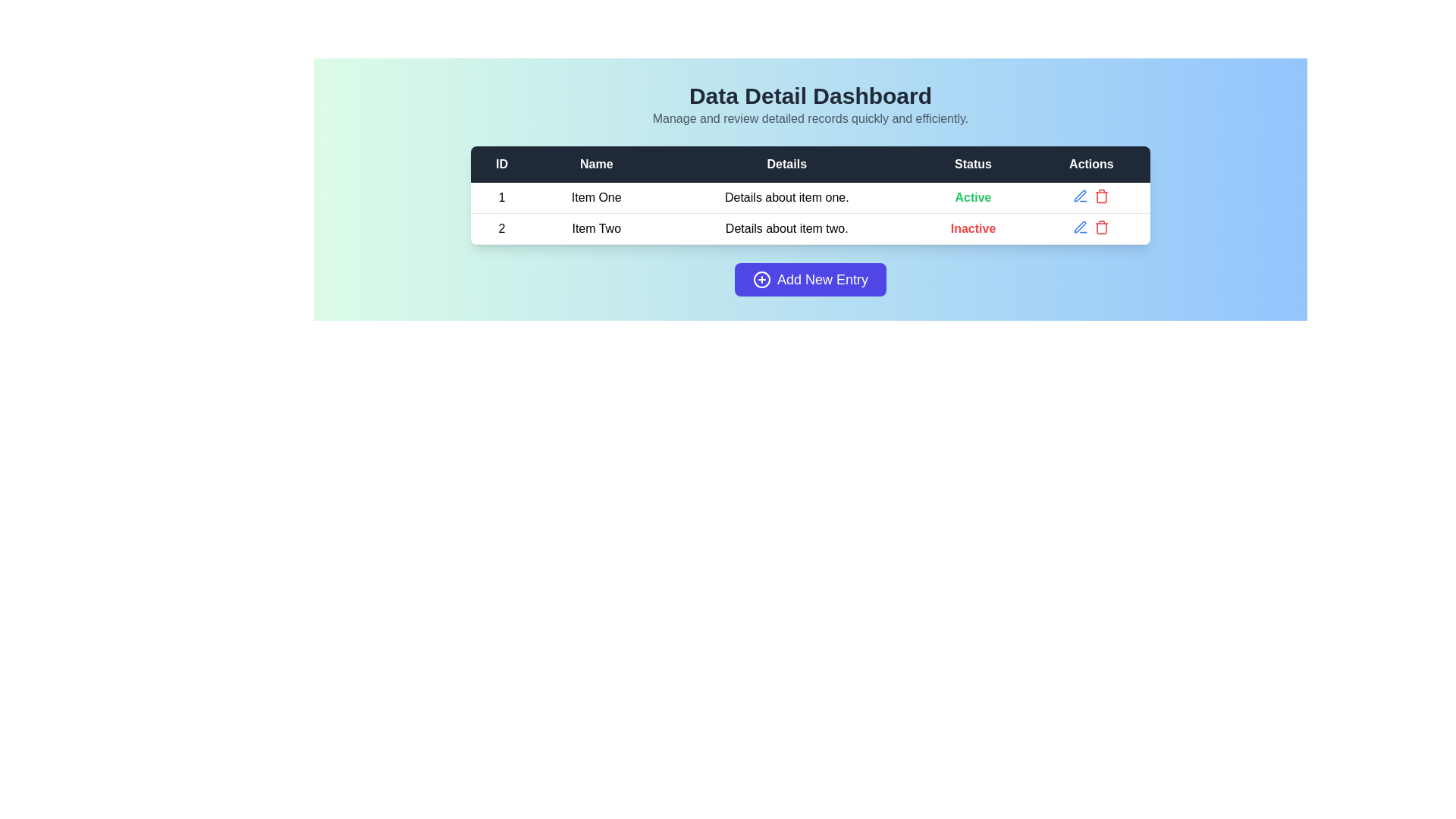  I want to click on the red trash bin icon in the 'Actions' column of the data table, so click(1102, 195).